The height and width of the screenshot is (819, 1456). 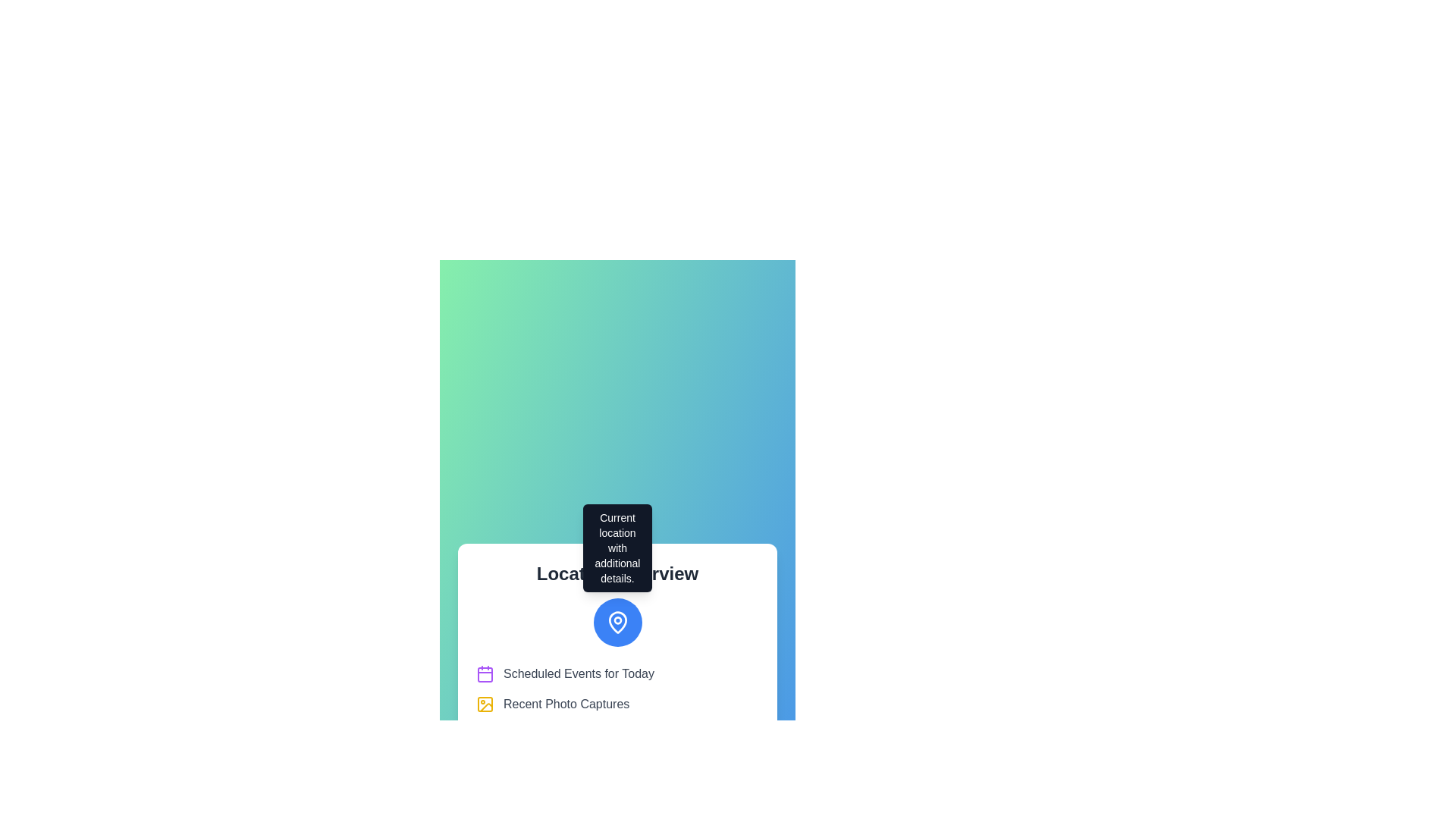 I want to click on the Tooltip that provides contextual information about the 'Current location', positioned directly above a circular icon with a pin symbol, so click(x=617, y=548).